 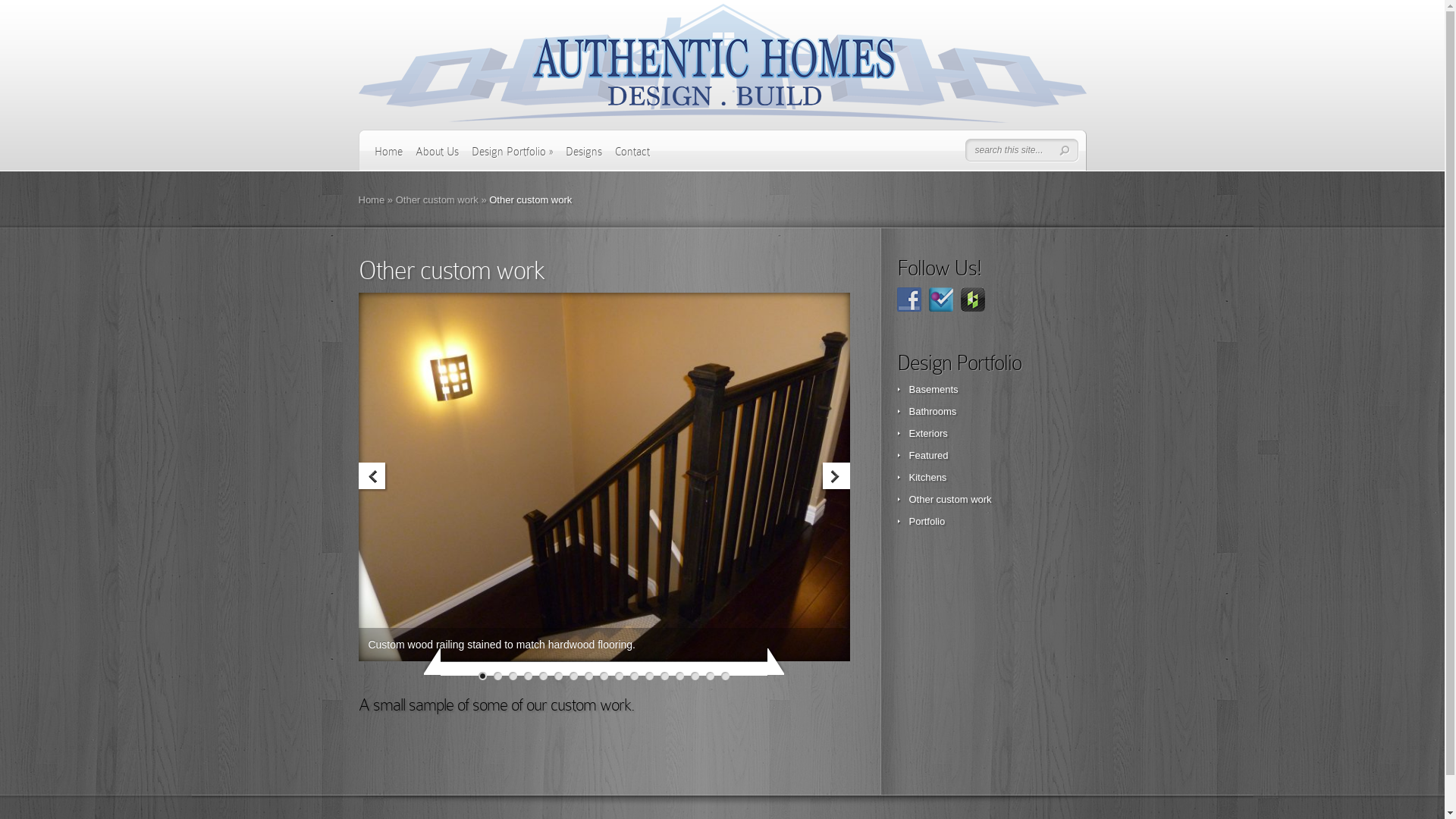 What do you see at coordinates (388, 157) in the screenshot?
I see `'Home'` at bounding box center [388, 157].